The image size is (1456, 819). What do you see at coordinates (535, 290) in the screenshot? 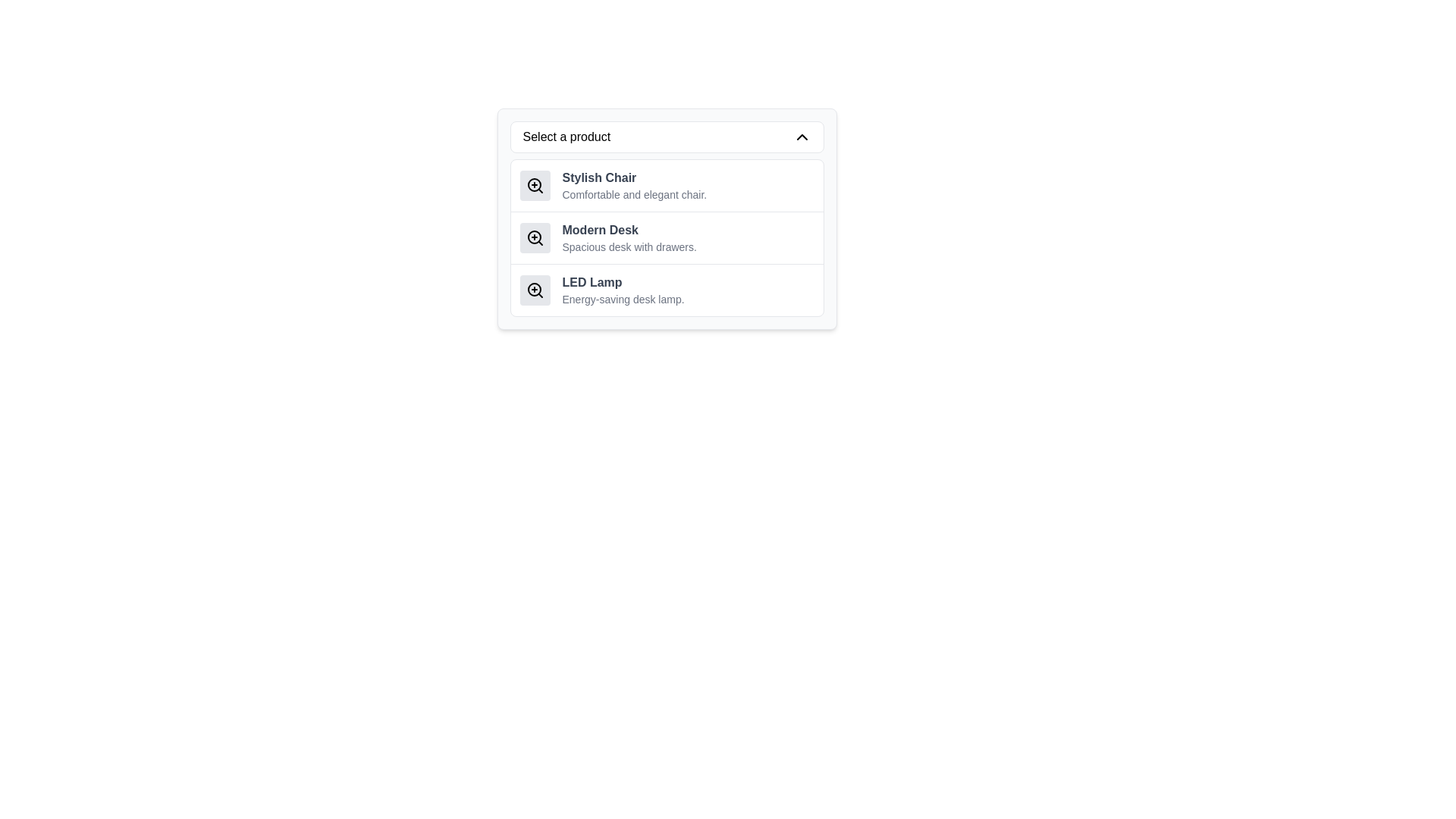
I see `the magnifying glass icon with a plus sign in its center, which is the third icon in a vertical list under 'Select a product'` at bounding box center [535, 290].